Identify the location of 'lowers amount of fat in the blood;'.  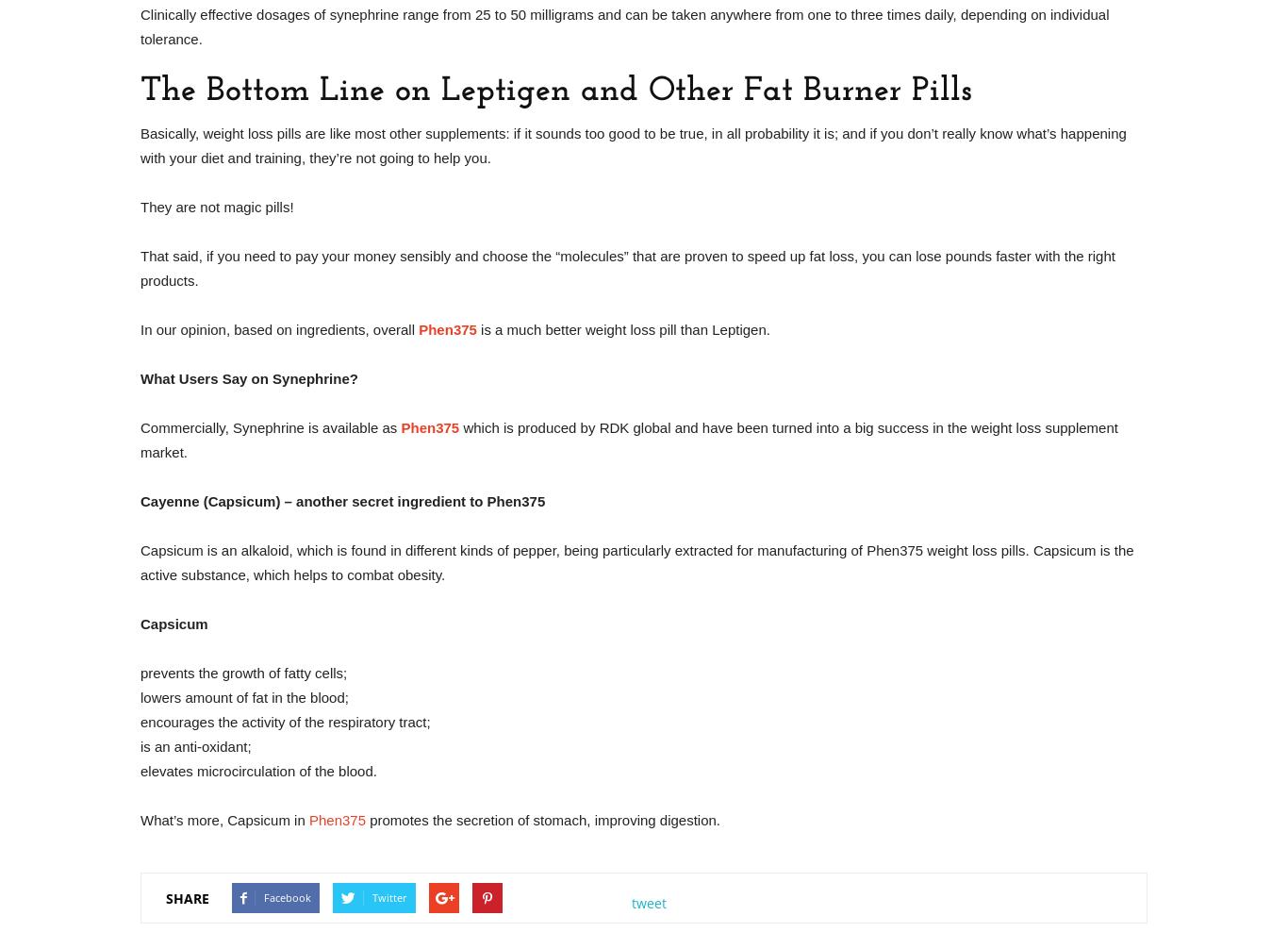
(243, 697).